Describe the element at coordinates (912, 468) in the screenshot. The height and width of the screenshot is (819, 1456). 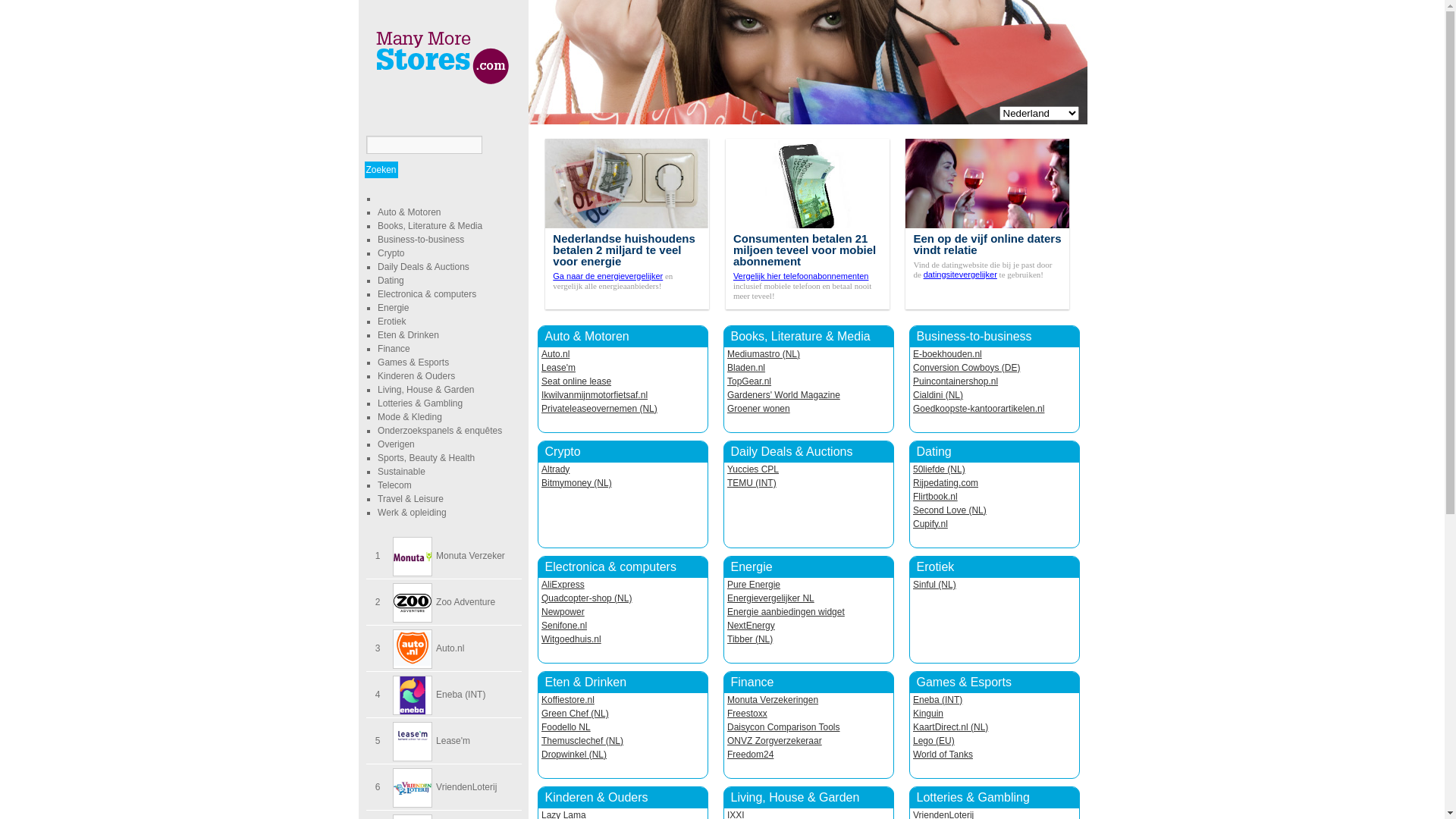
I see `'50liefde (NL)'` at that location.